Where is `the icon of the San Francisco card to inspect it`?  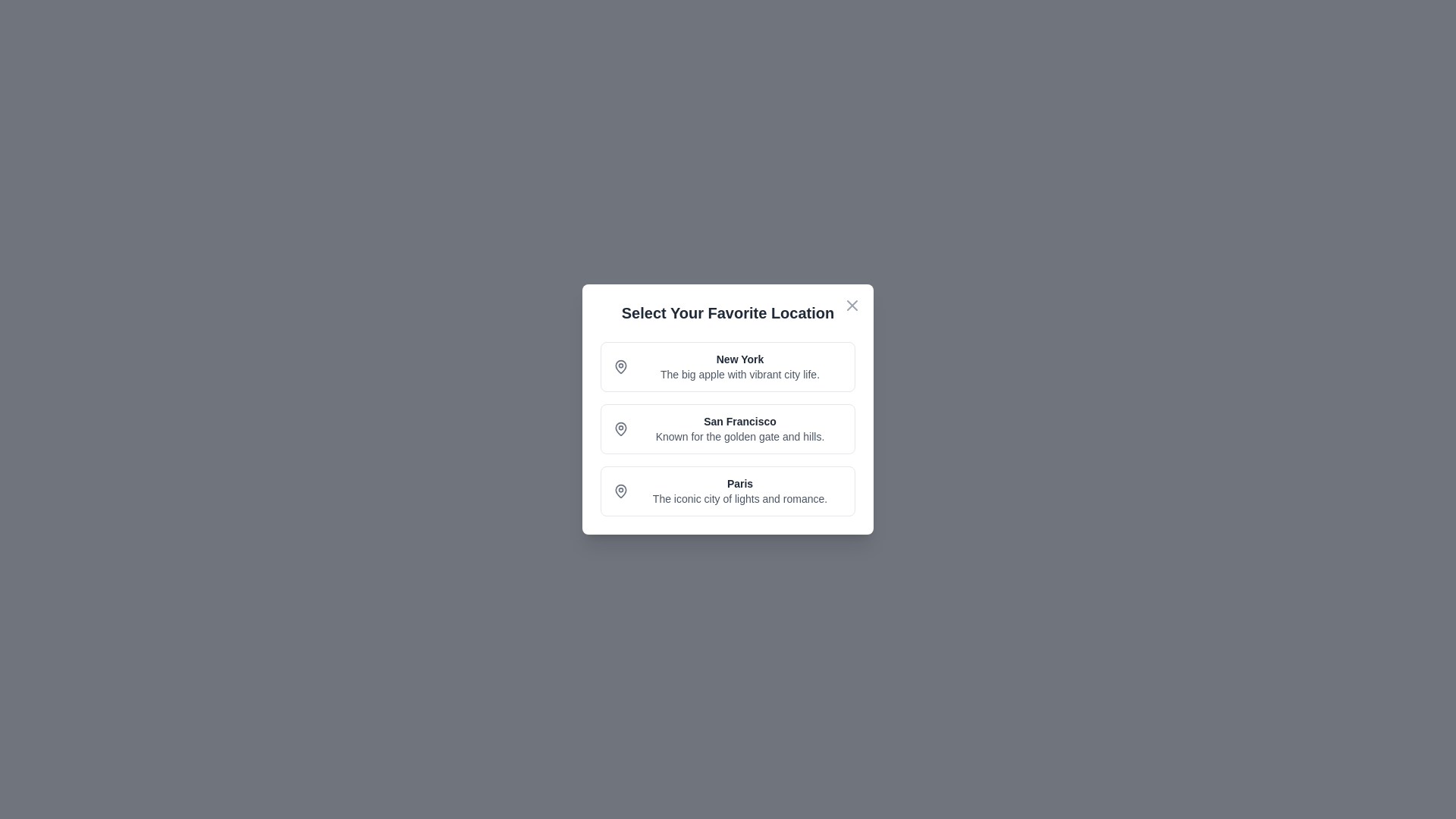
the icon of the San Francisco card to inspect it is located at coordinates (621, 429).